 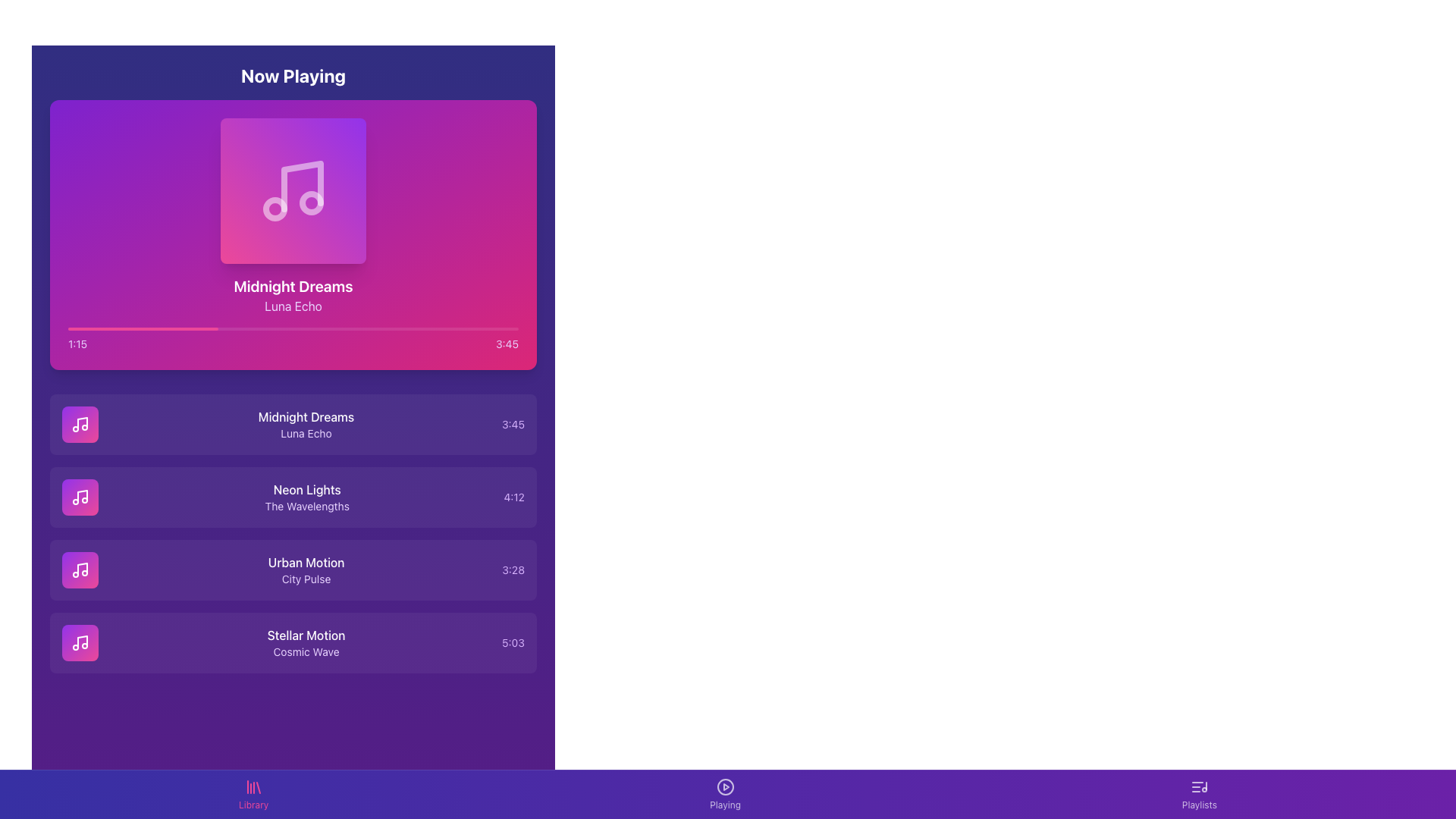 I want to click on text label 'Playlists' located in the bottom-right corner of the interface beneath the music playlist icon, so click(x=1198, y=804).